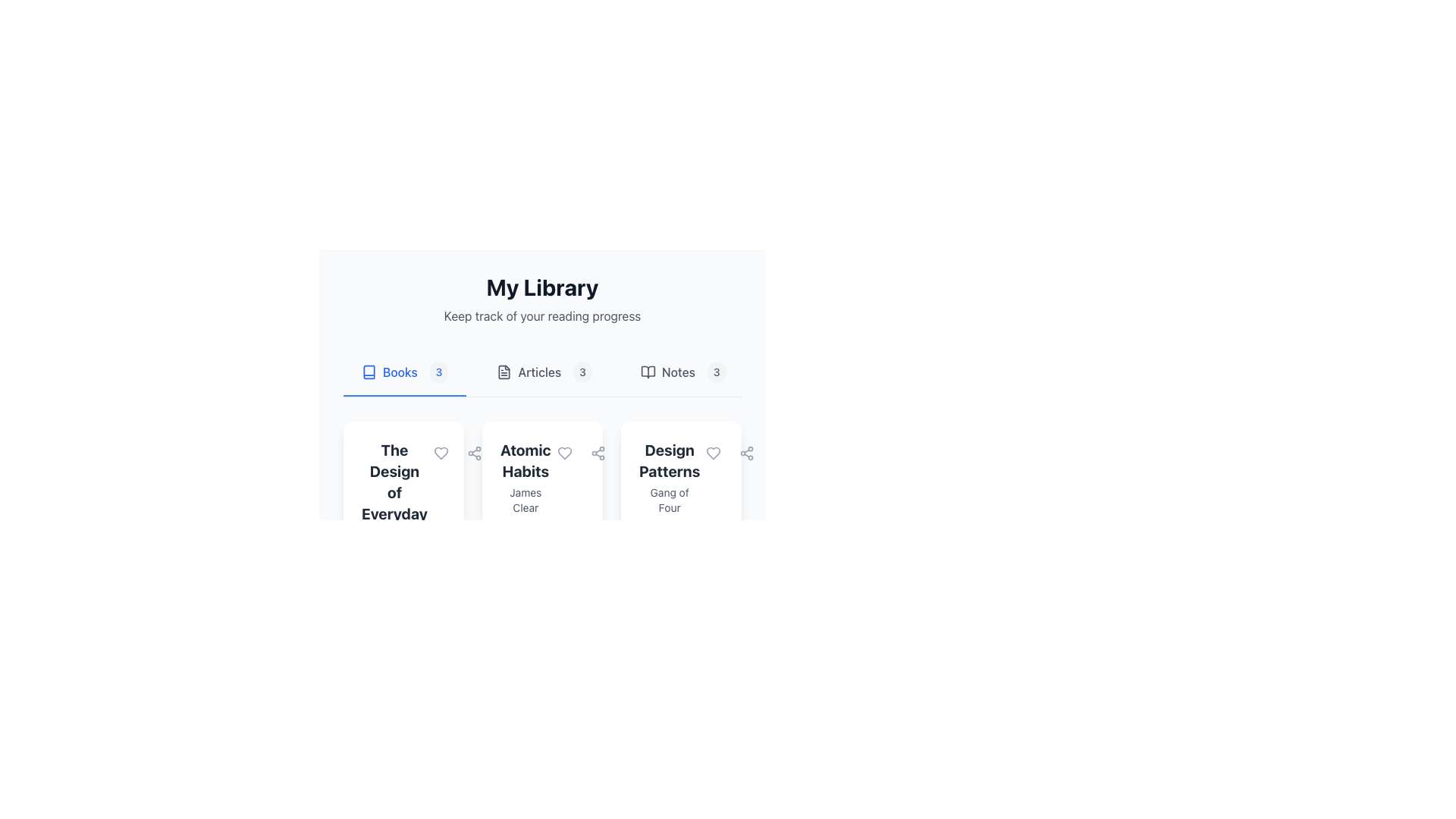 The height and width of the screenshot is (819, 1456). Describe the element at coordinates (682, 373) in the screenshot. I see `the 'Notes' button, which features an icon of an open book and a badge with the number '3'` at that location.